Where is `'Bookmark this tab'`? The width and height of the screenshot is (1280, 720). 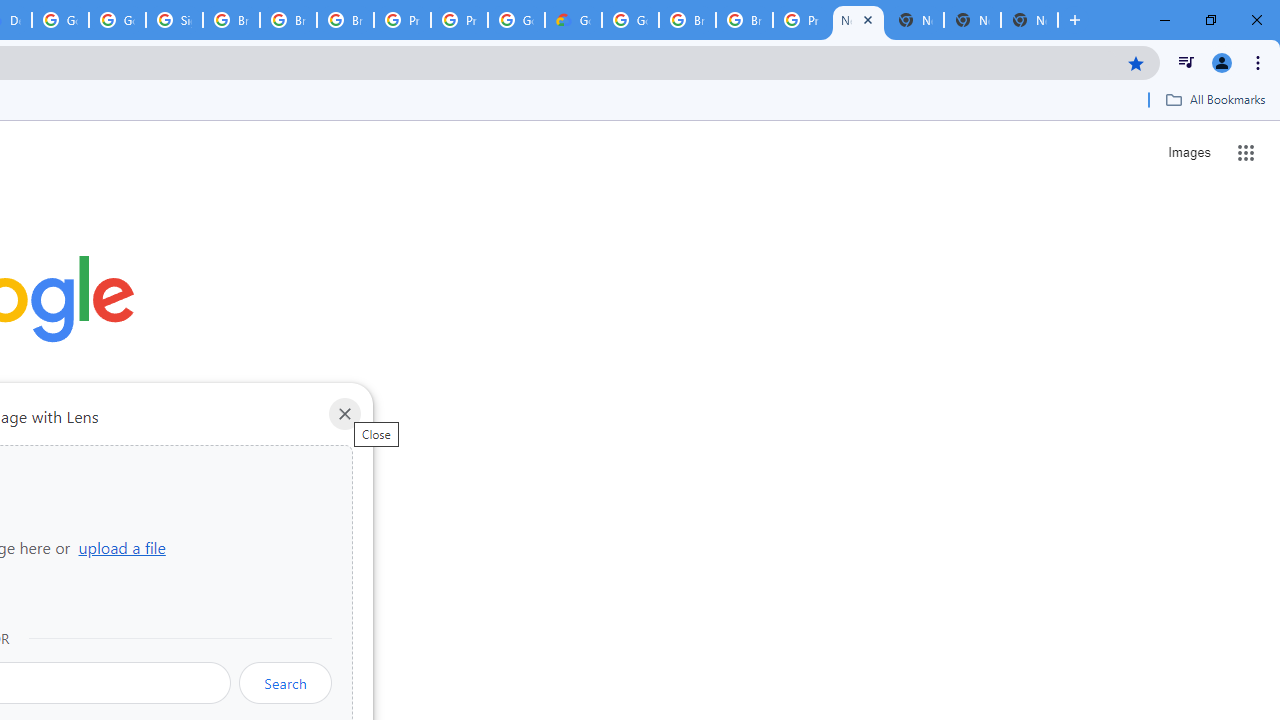
'Bookmark this tab' is located at coordinates (1136, 61).